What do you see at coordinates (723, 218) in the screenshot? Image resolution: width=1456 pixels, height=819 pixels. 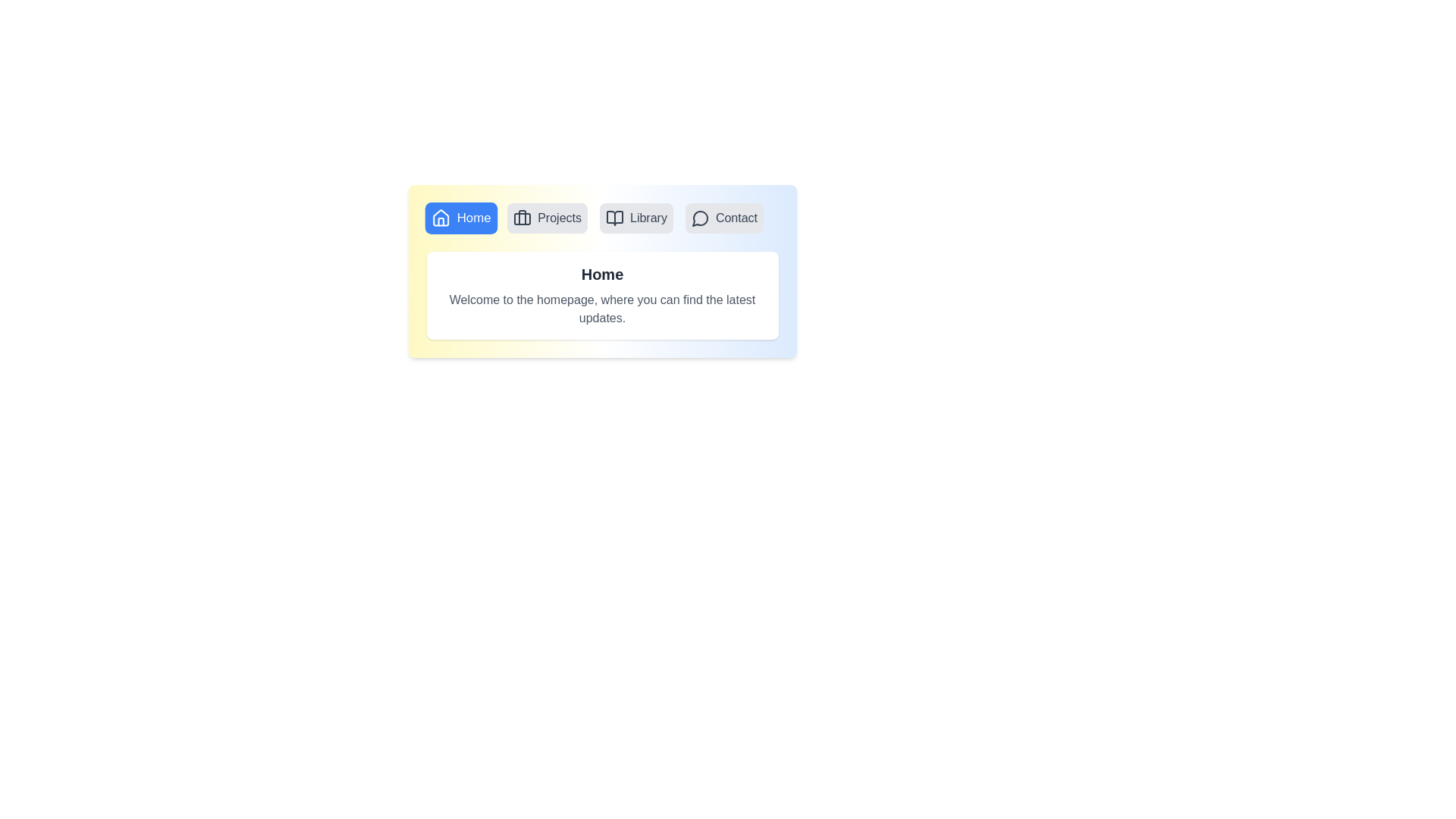 I see `the Contact tab to view its content` at bounding box center [723, 218].